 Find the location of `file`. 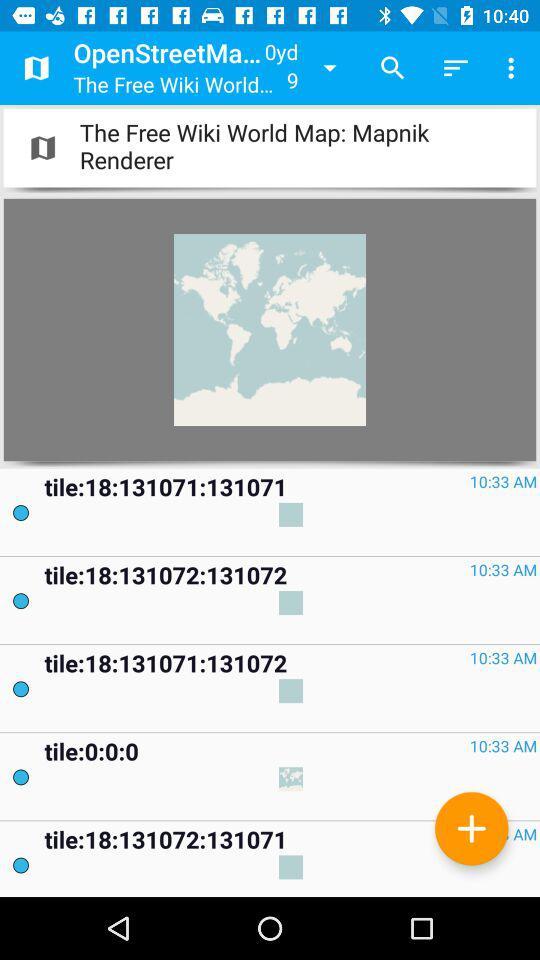

file is located at coordinates (471, 828).